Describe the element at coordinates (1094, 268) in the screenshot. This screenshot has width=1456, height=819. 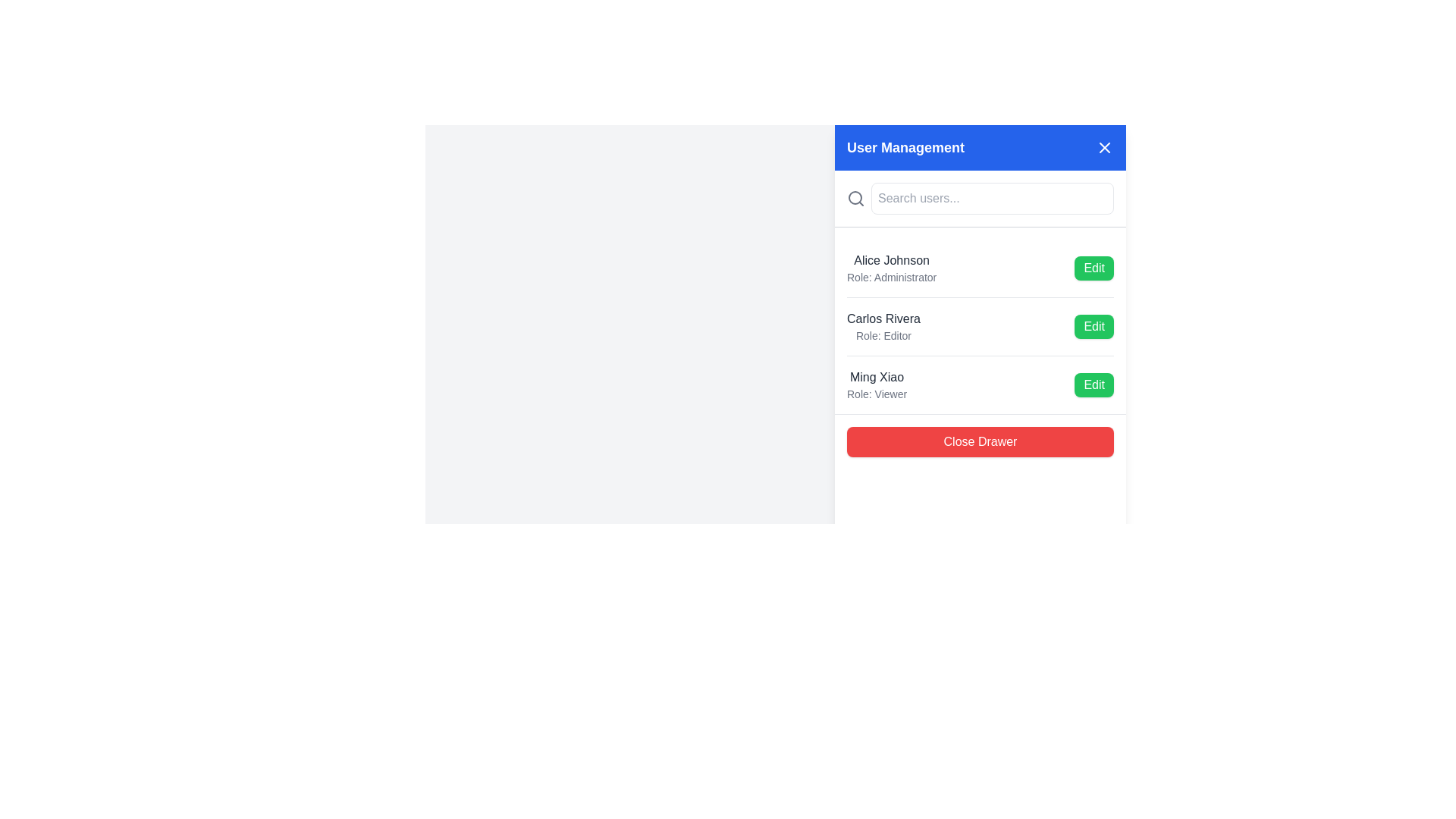
I see `the 'Edit' button with a green background, which is located beside 'Alice Johnson' and 'Role: Administrator' in the User Management section, to observe any hover effects` at that location.